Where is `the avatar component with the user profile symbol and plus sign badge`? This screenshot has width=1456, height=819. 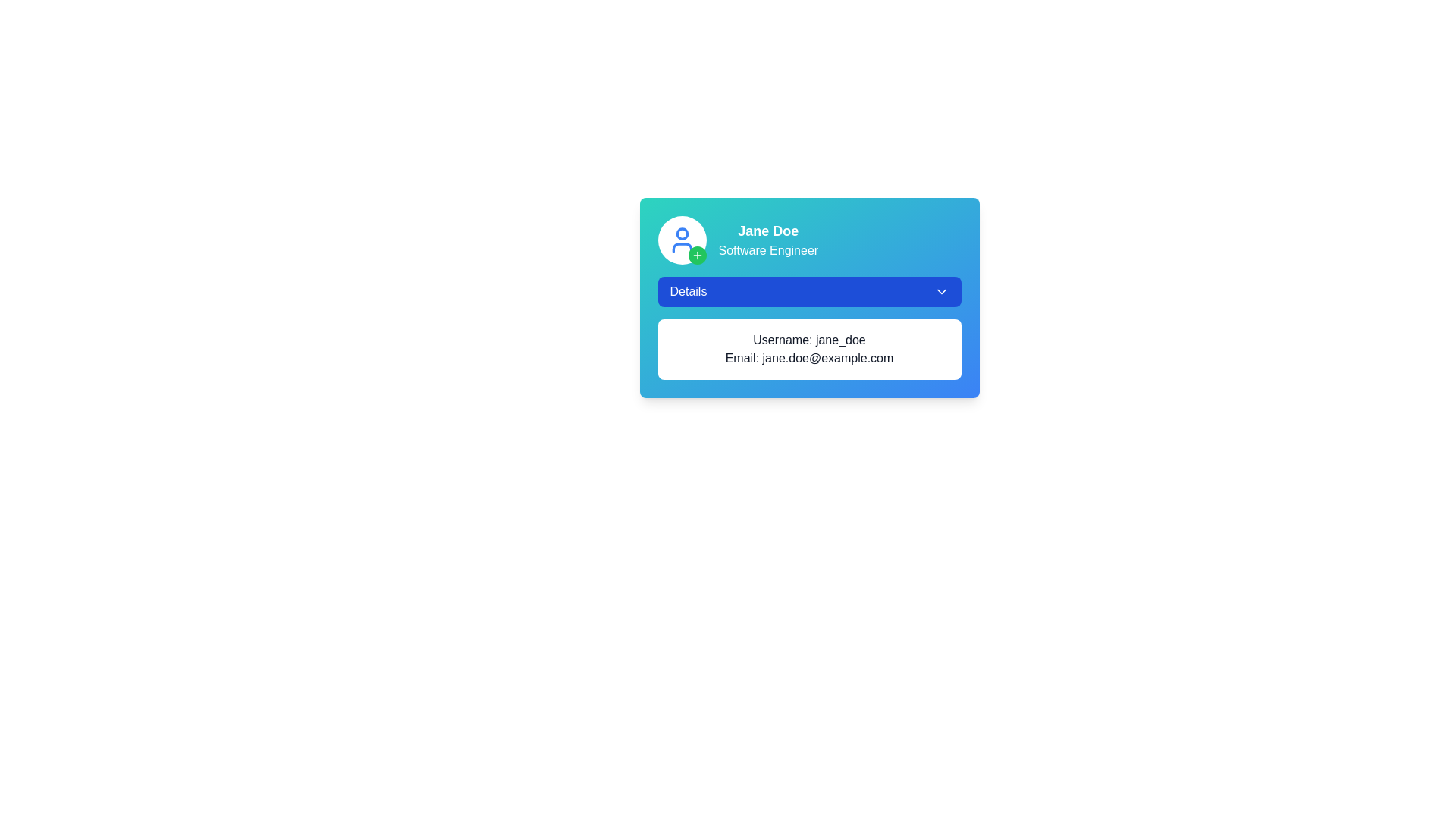
the avatar component with the user profile symbol and plus sign badge is located at coordinates (681, 239).